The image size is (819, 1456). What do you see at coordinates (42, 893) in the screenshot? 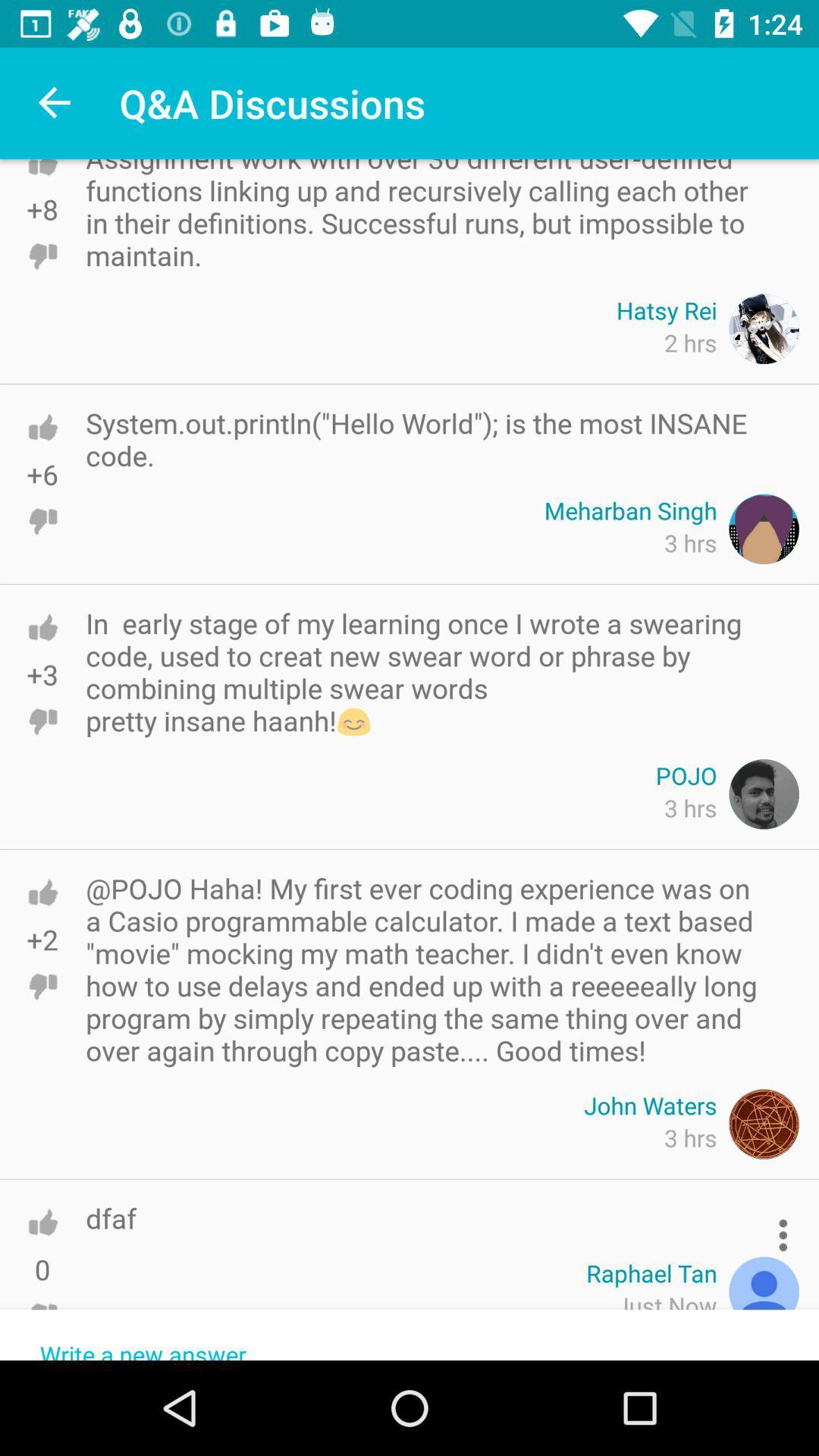
I see `up vote post` at bounding box center [42, 893].